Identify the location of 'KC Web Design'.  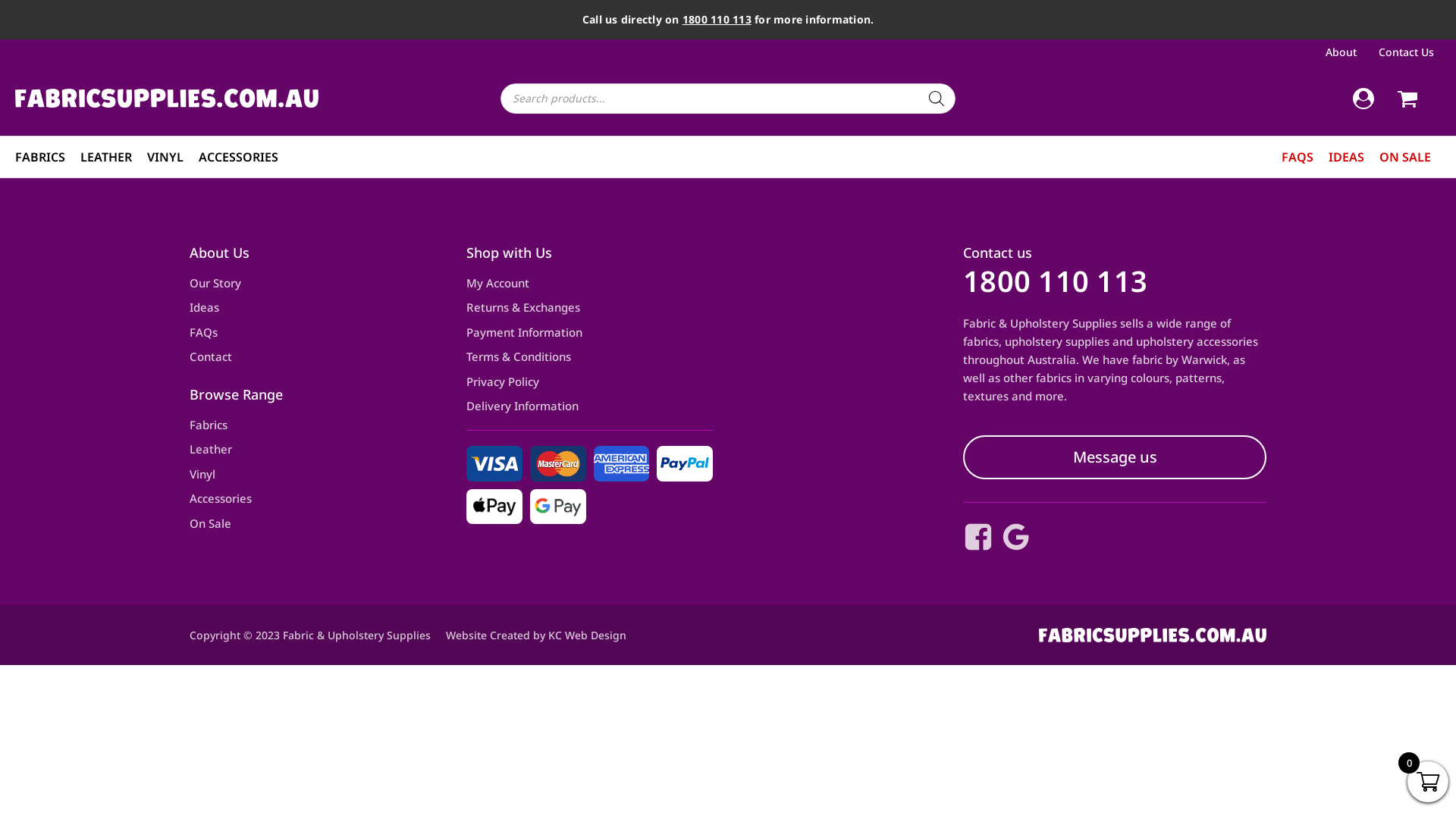
(586, 635).